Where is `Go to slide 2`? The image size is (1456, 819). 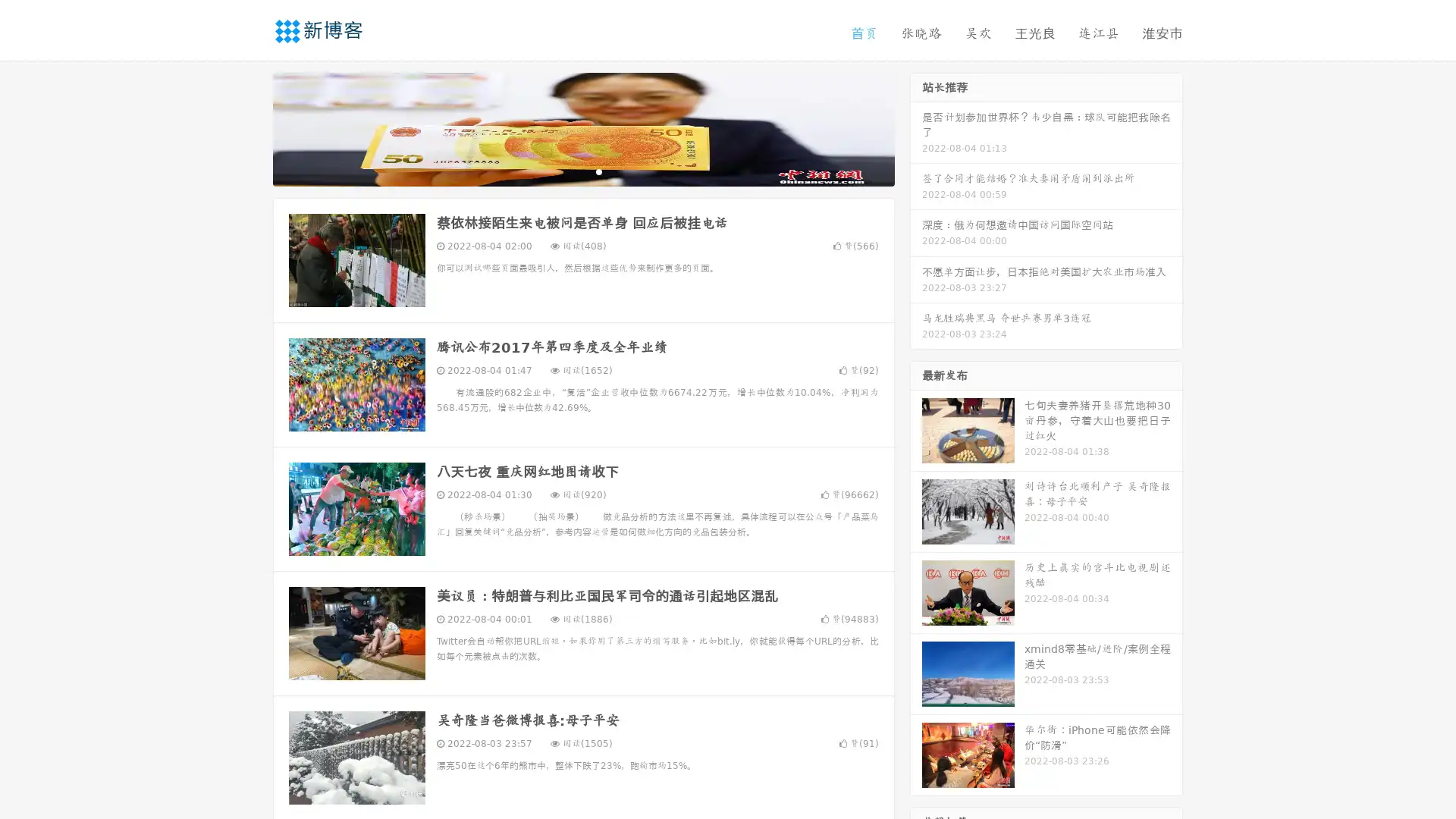
Go to slide 2 is located at coordinates (582, 171).